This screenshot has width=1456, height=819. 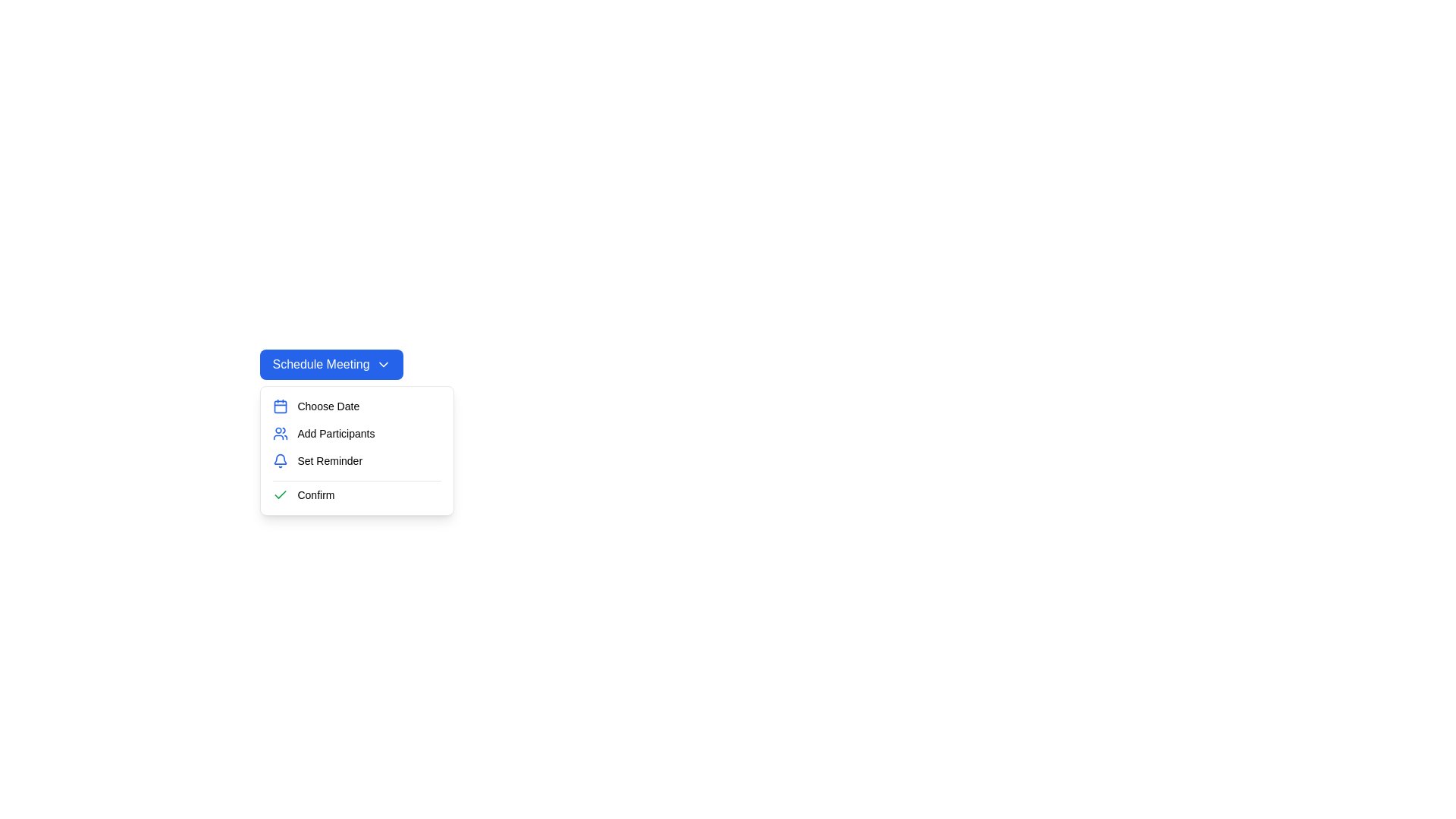 I want to click on the confirmation button in the dropdown menu, so click(x=356, y=494).